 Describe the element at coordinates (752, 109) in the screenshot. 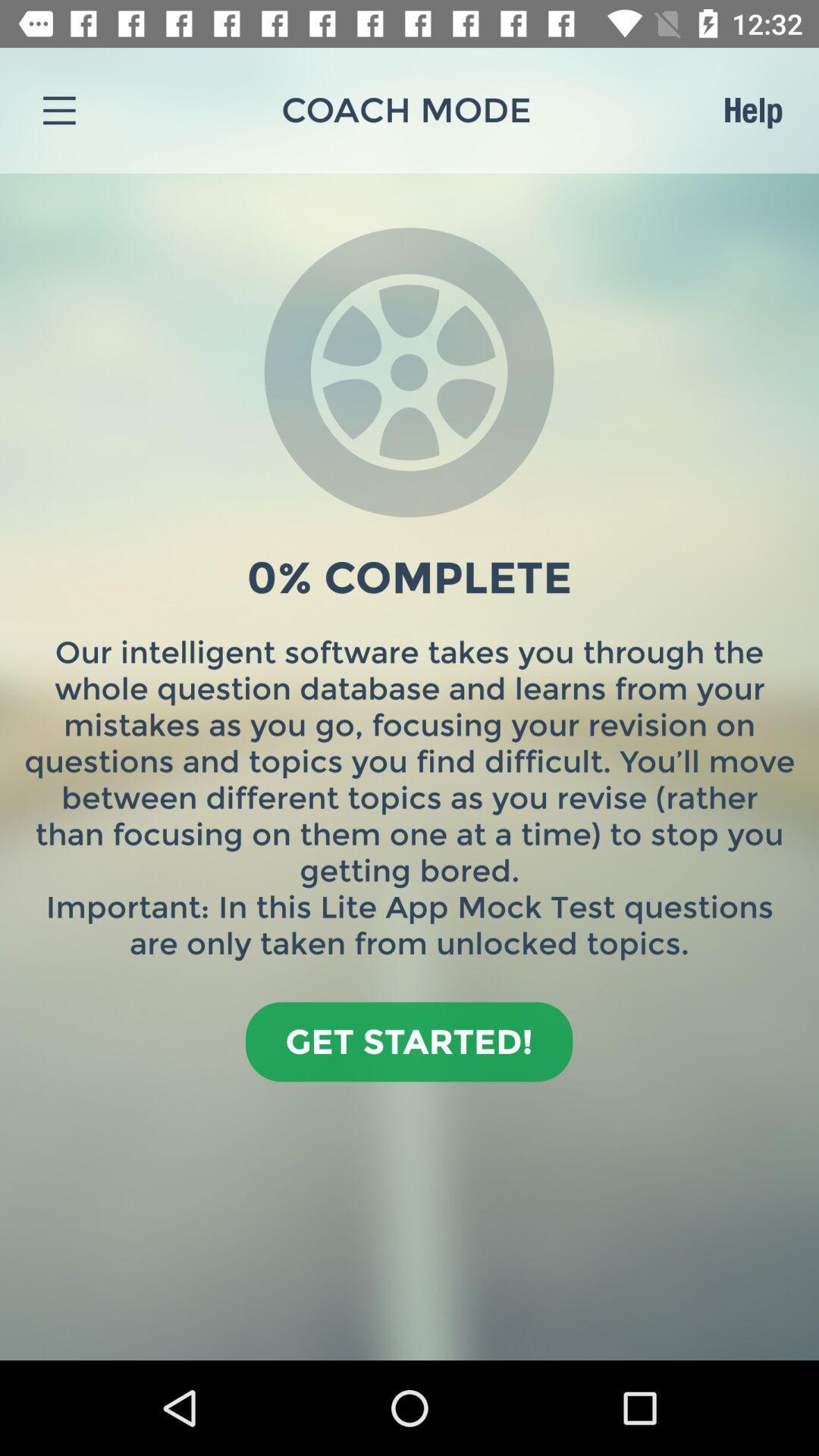

I see `the icon next to coach mode icon` at that location.